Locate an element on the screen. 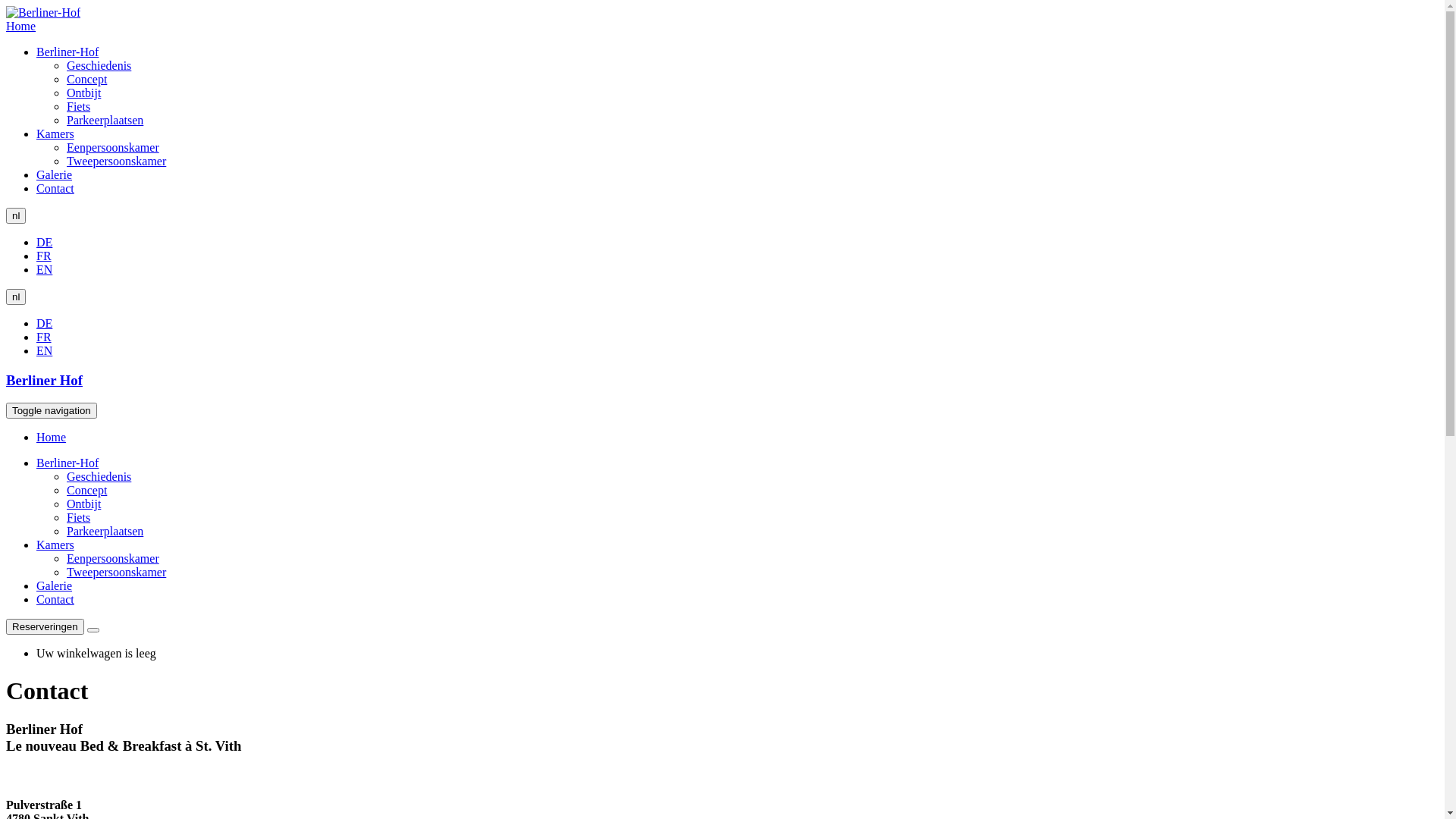  'Berliner-Hof' is located at coordinates (67, 51).